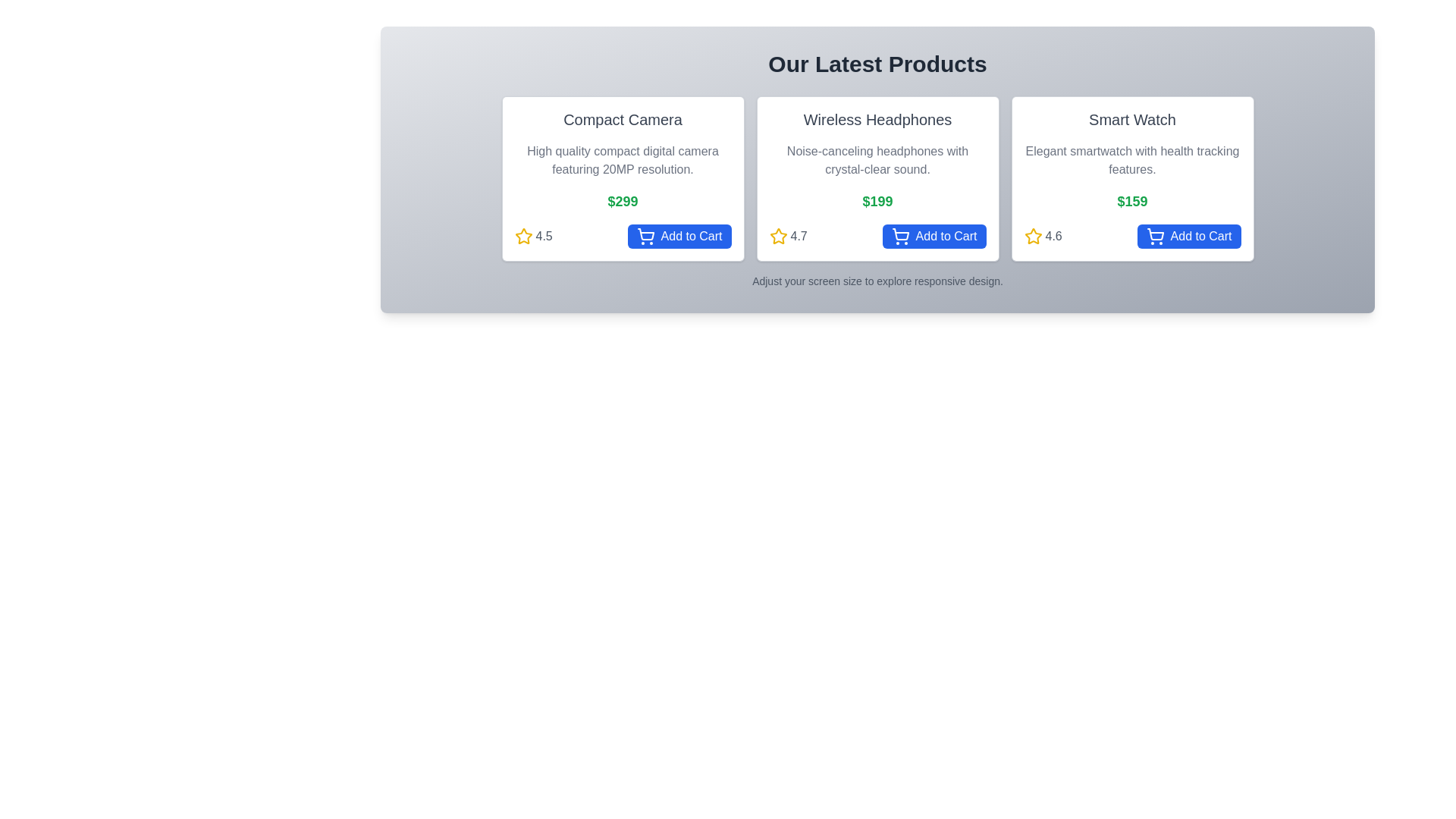 The width and height of the screenshot is (1456, 819). Describe the element at coordinates (544, 237) in the screenshot. I see `the text displaying '4.5' in gray color, which signifies a product rating for the 'Compact Camera', located in the bottom-left section of the card adjacent to a star icon` at that location.